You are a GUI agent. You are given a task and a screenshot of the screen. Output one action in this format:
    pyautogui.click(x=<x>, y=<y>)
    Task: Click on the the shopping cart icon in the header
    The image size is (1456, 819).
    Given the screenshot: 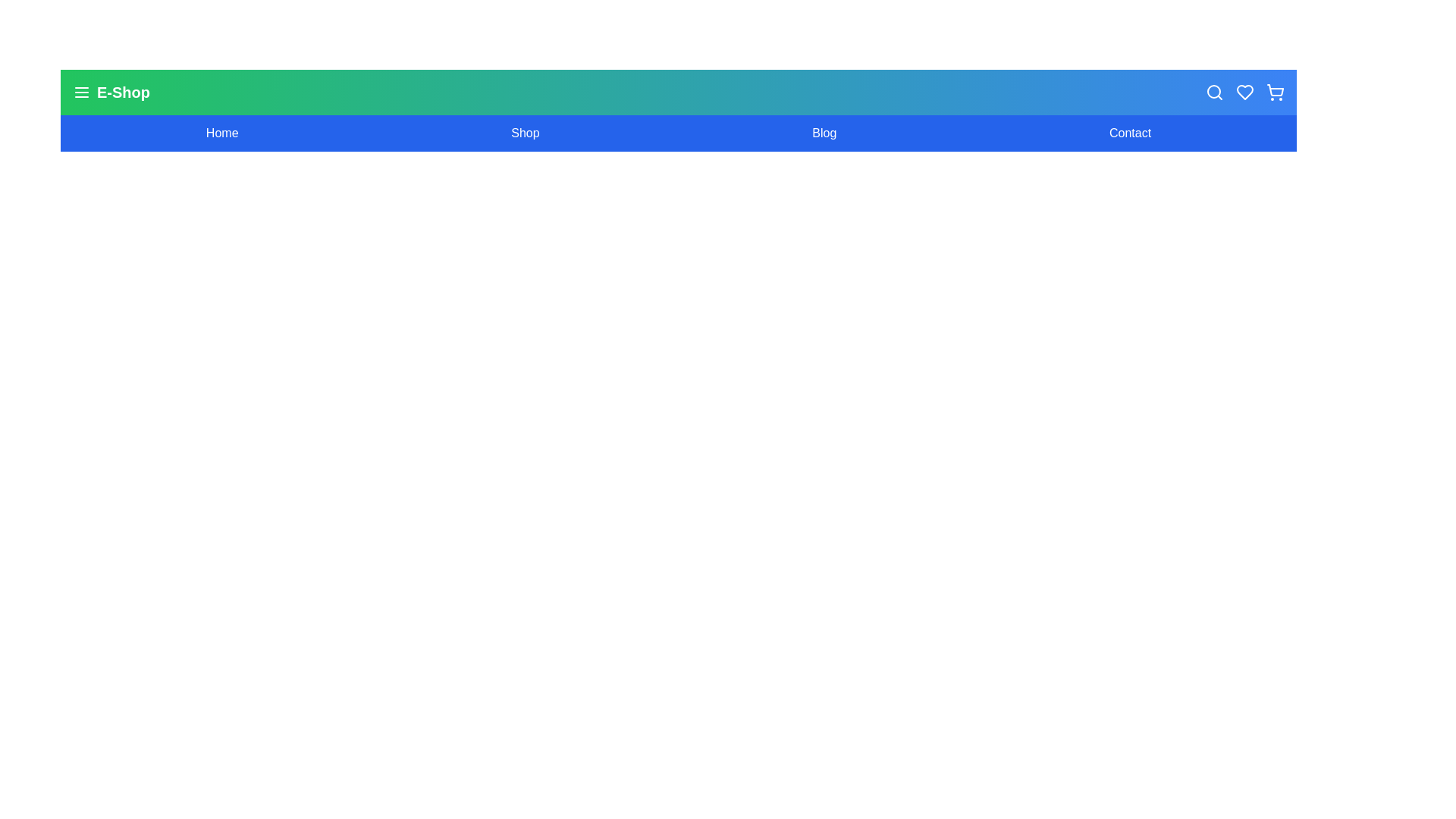 What is the action you would take?
    pyautogui.click(x=1274, y=93)
    